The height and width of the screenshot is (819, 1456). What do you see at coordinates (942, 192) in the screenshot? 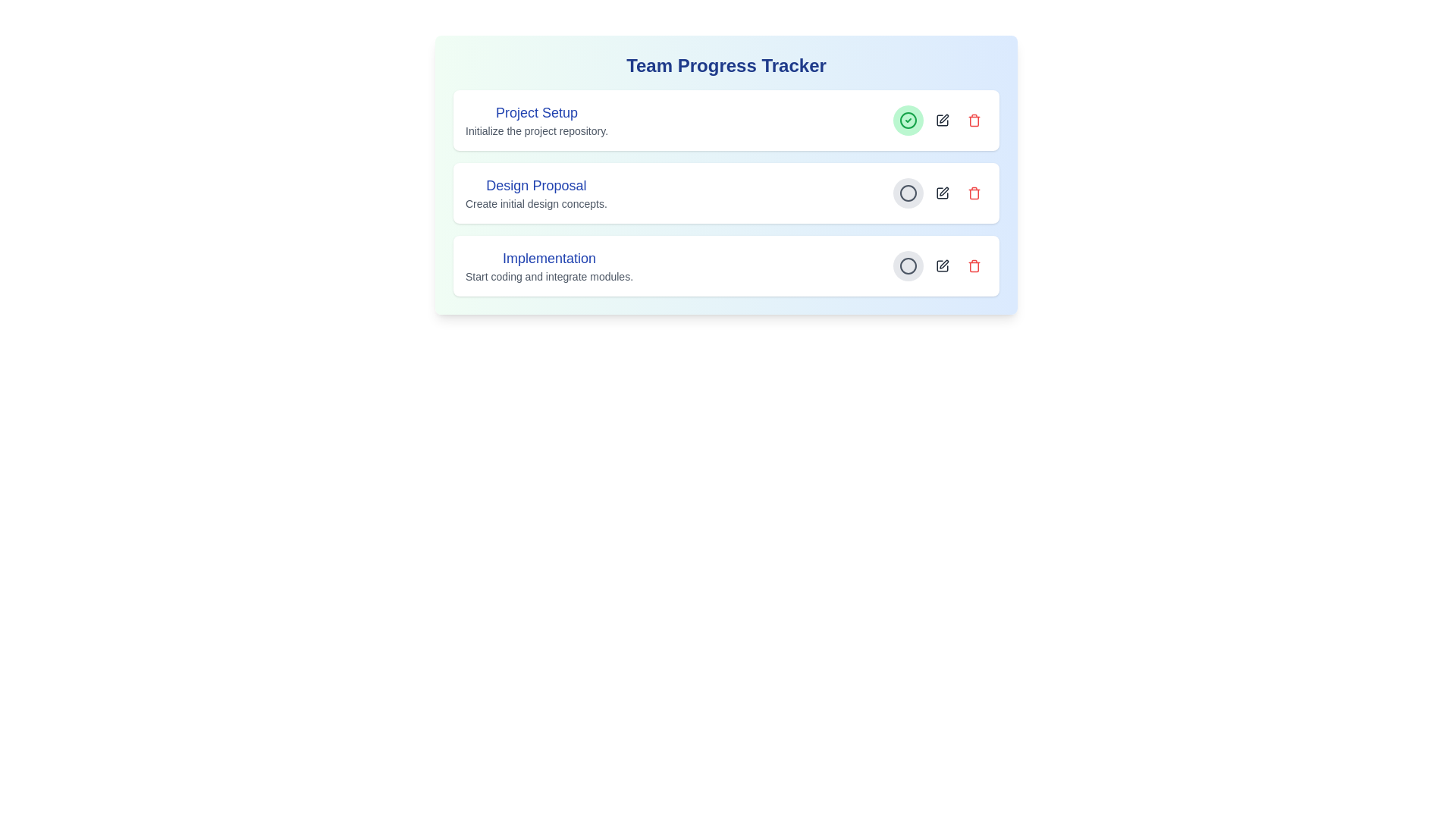
I see `edit button for the task titled 'Design Proposal'` at bounding box center [942, 192].